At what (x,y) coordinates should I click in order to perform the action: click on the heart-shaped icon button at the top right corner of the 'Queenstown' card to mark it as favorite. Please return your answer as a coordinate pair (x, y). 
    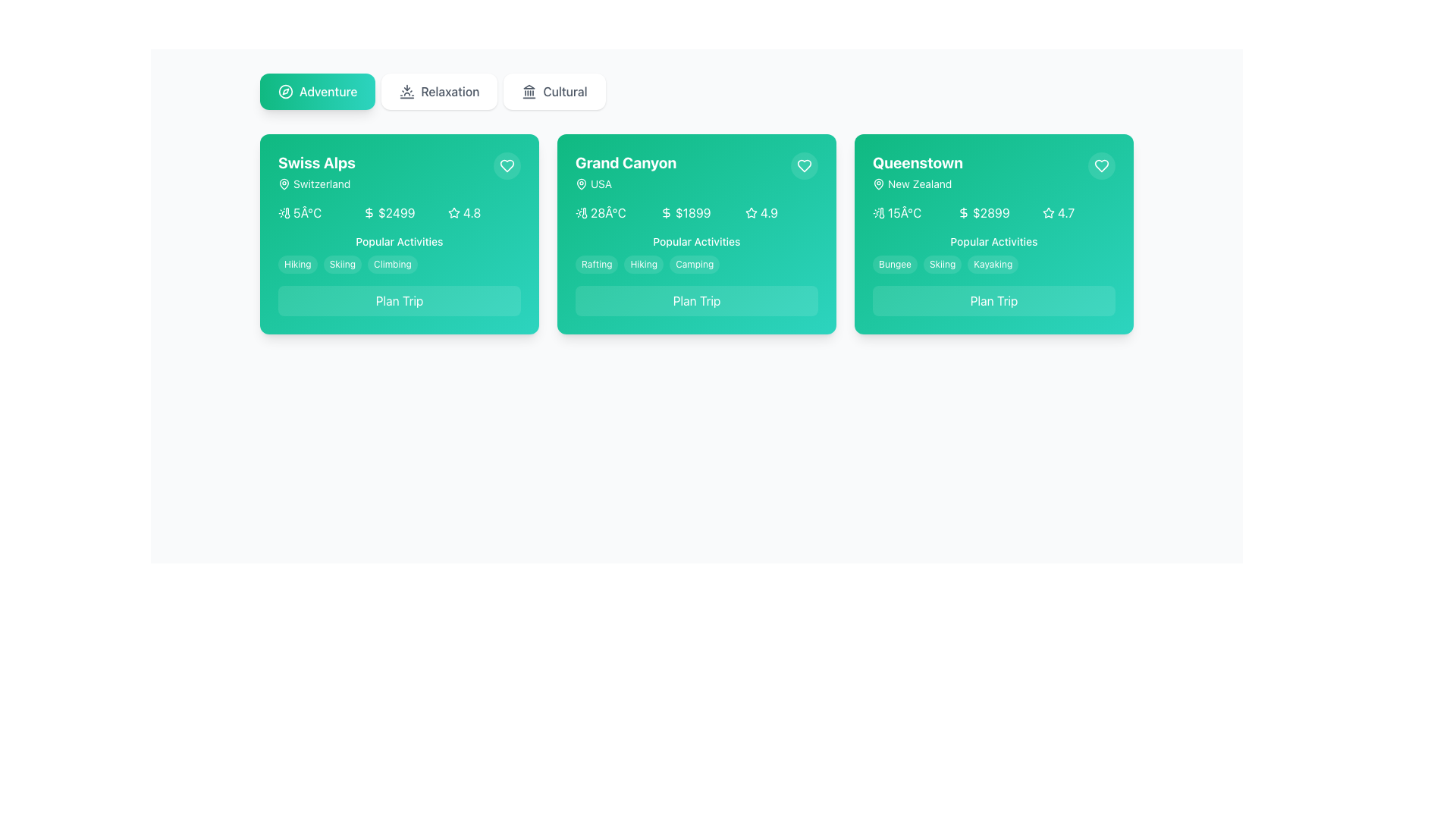
    Looking at the image, I should click on (803, 166).